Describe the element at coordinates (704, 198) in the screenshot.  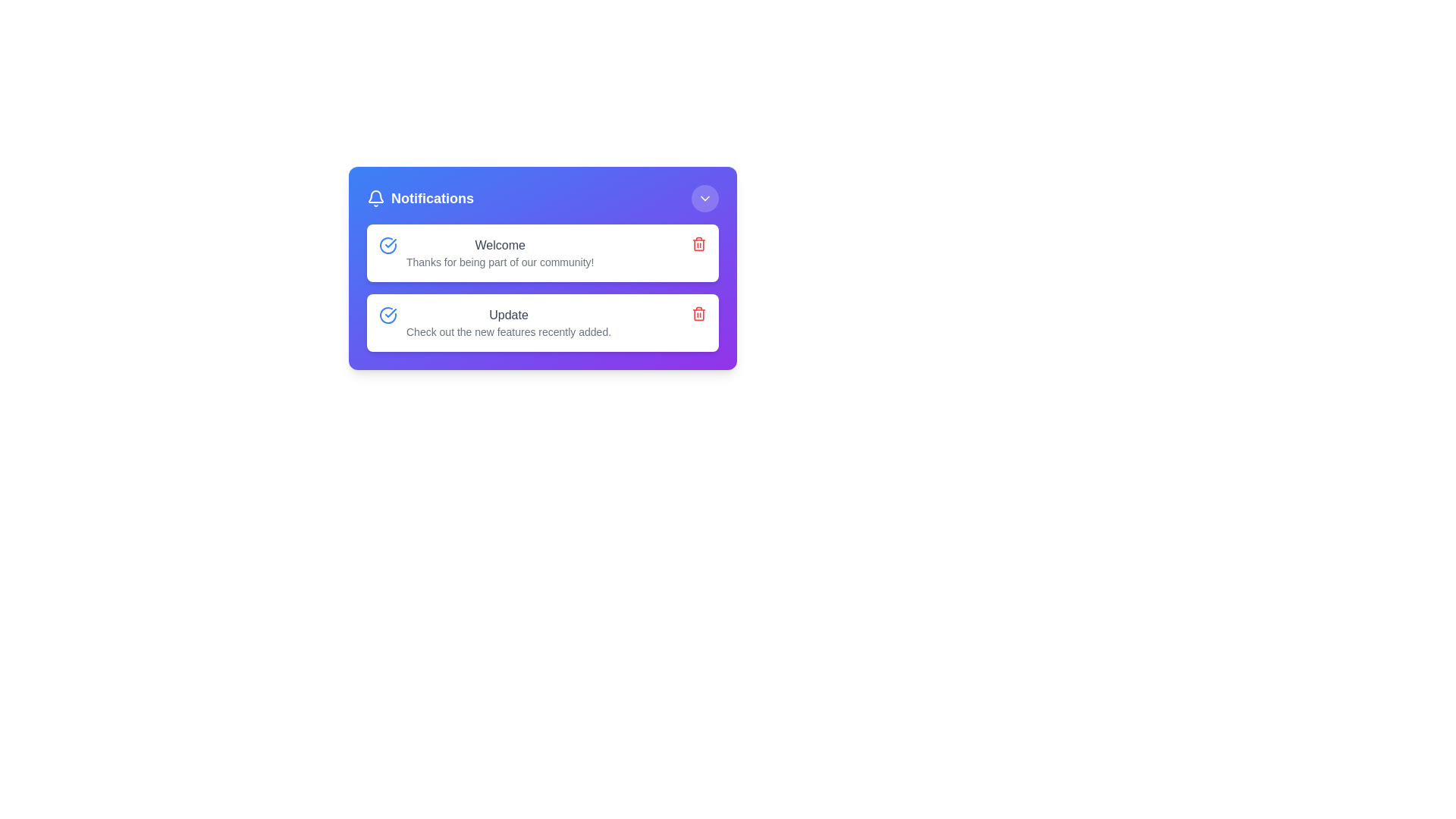
I see `the downward-facing chevron icon with a white outline located in the upper-right circular button within the notification panel` at that location.